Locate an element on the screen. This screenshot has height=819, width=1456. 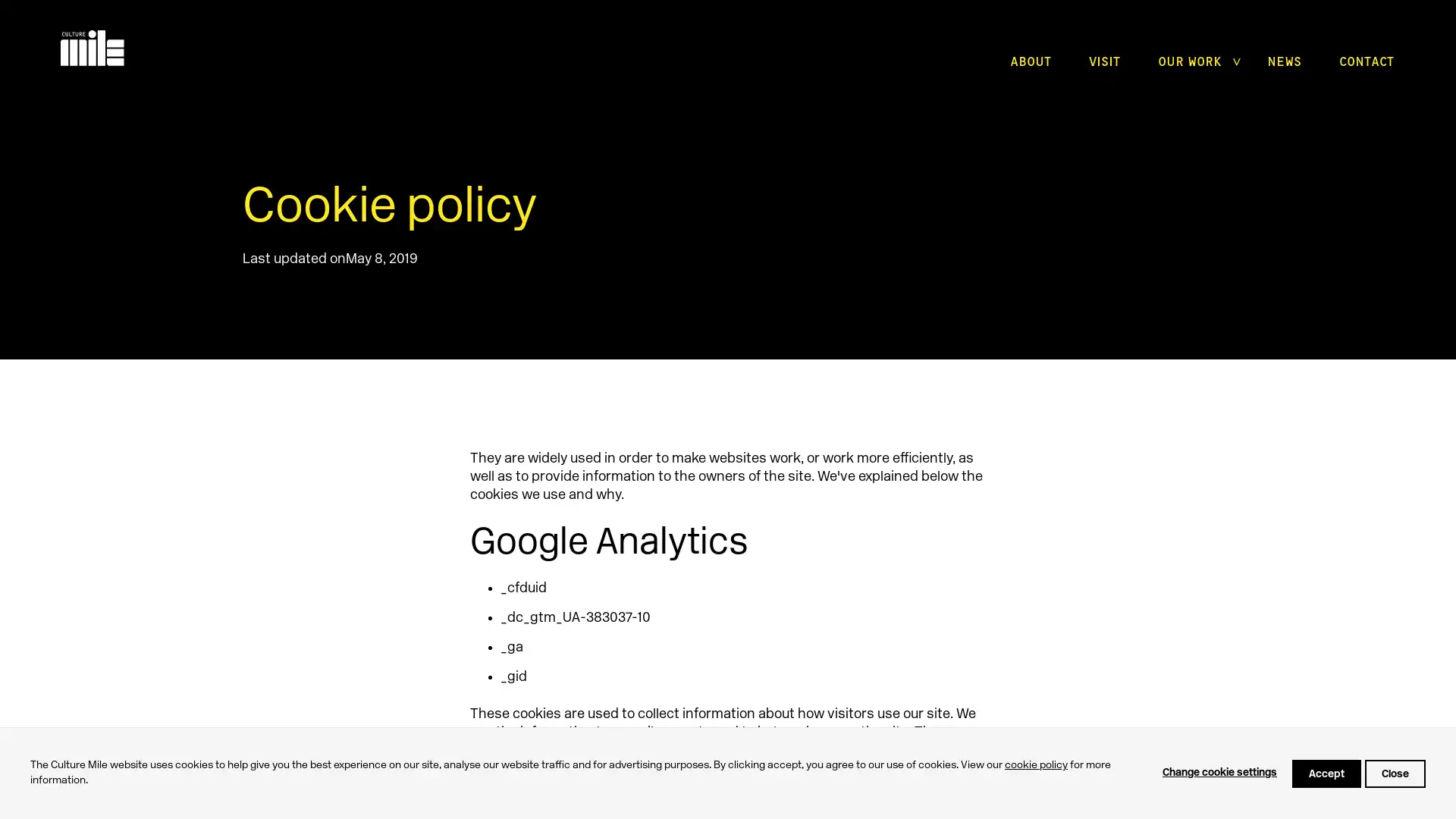
Close is located at coordinates (1395, 773).